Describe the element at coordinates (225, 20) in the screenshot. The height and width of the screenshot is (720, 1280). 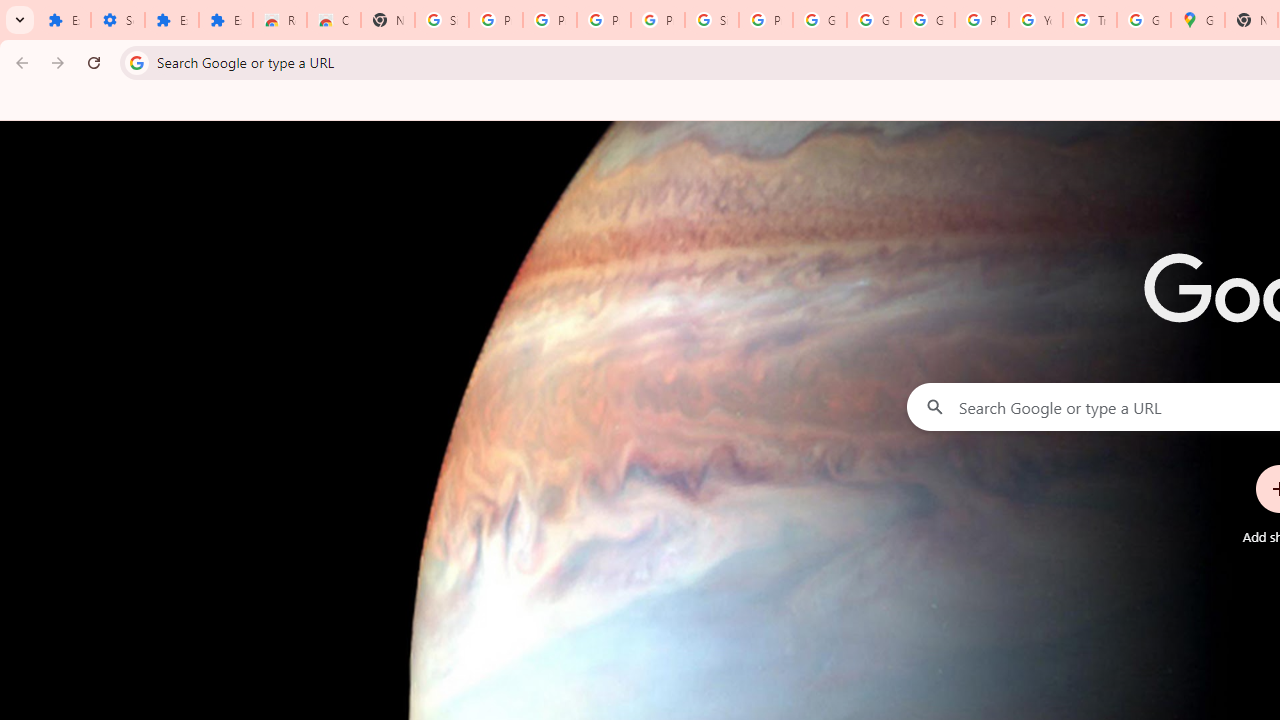
I see `'Extensions'` at that location.